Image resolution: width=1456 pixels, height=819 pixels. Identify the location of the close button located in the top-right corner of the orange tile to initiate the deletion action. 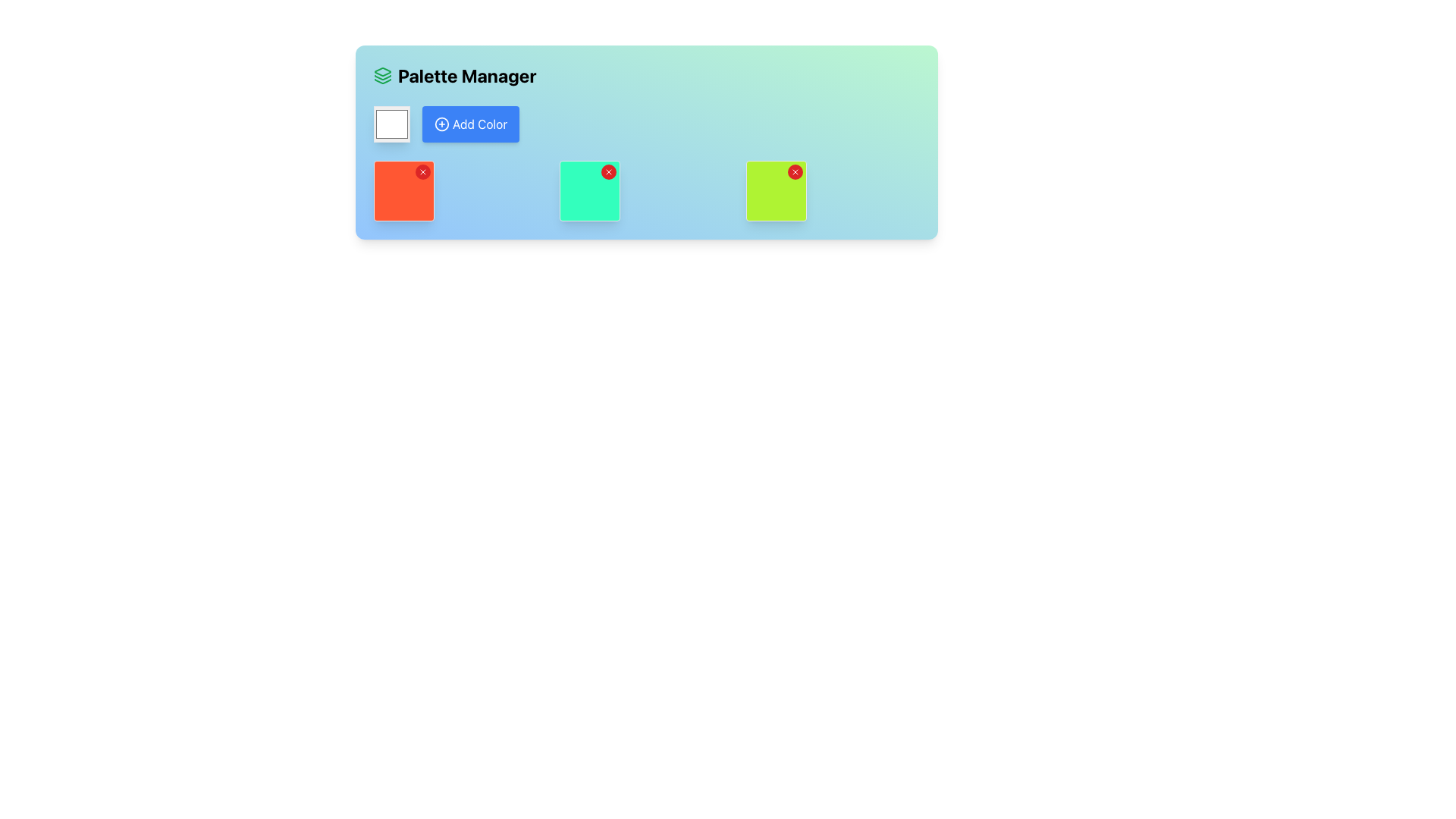
(422, 171).